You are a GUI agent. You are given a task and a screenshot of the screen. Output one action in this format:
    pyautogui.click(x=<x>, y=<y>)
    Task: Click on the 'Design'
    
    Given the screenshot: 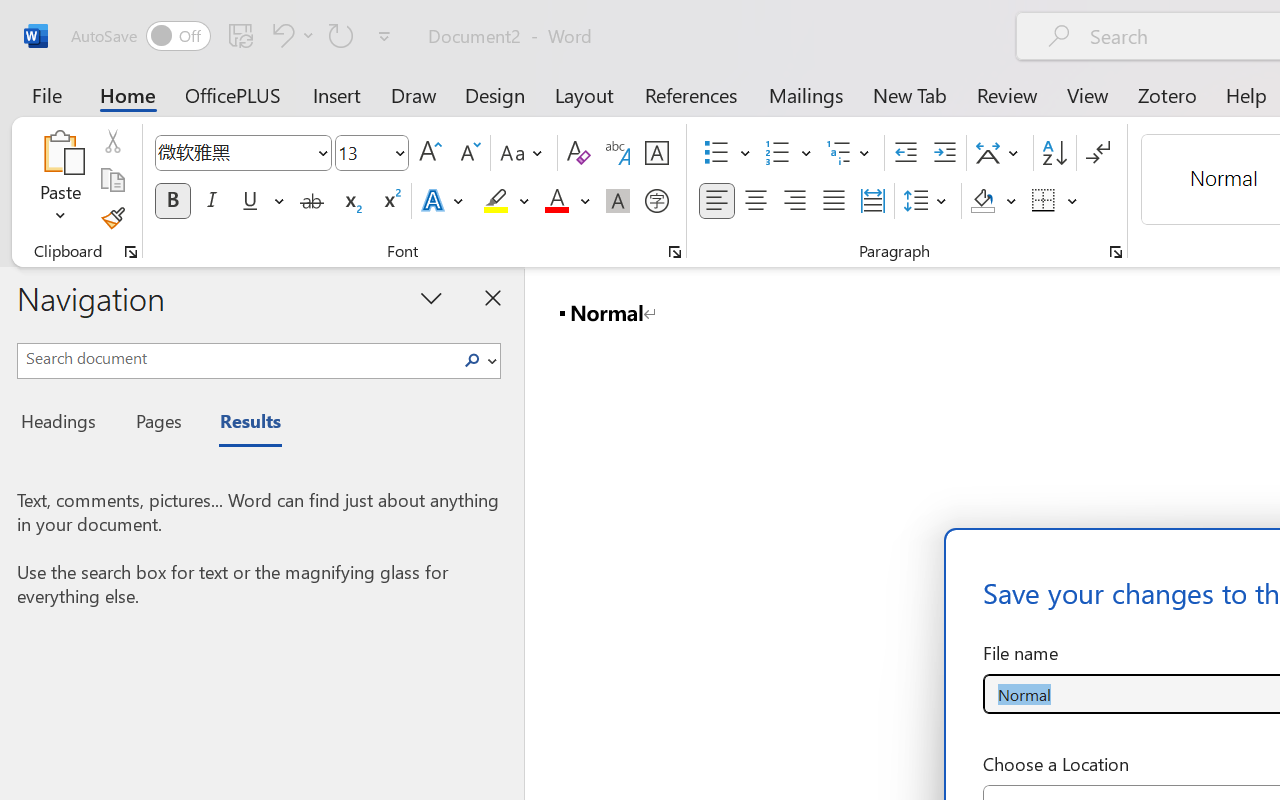 What is the action you would take?
    pyautogui.click(x=495, y=94)
    